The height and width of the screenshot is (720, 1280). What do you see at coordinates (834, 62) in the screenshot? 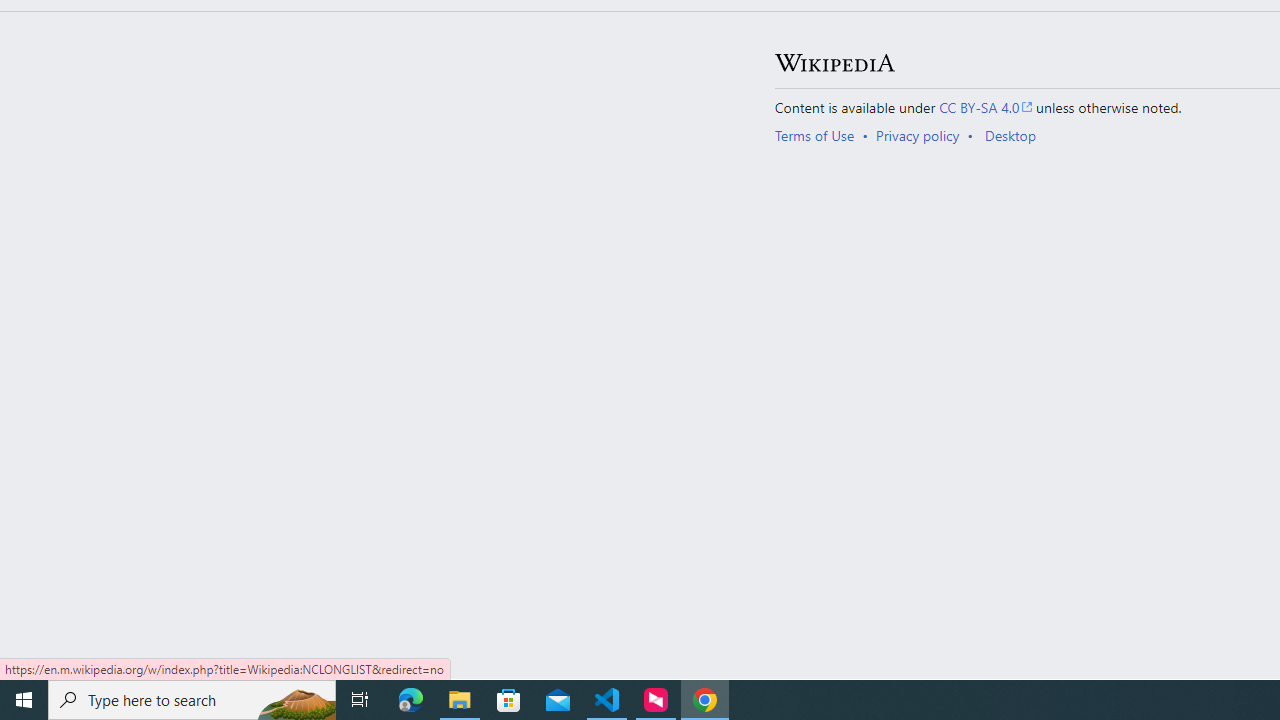
I see `'Wikipedia'` at bounding box center [834, 62].